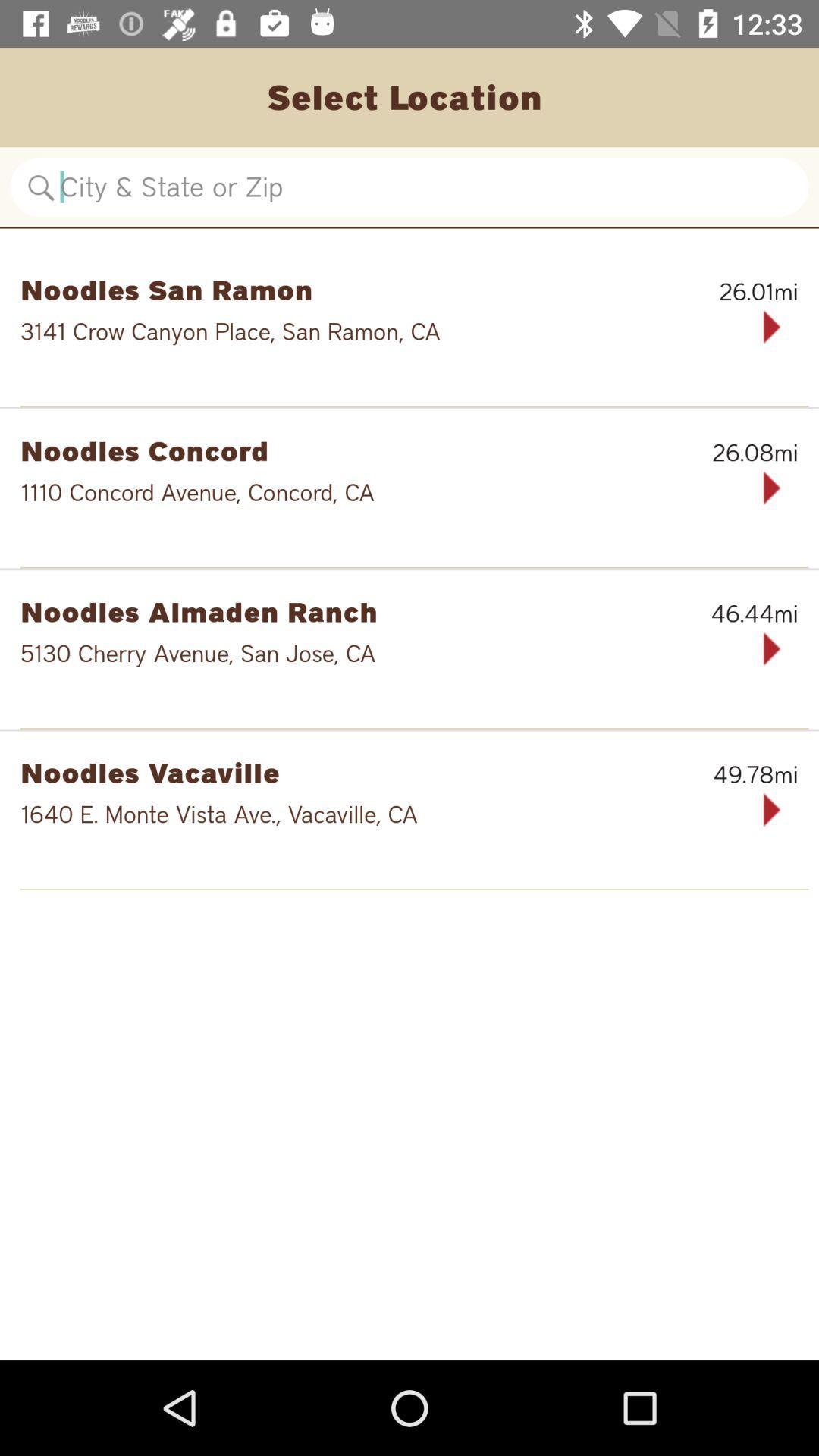  What do you see at coordinates (720, 613) in the screenshot?
I see `46.44mi icon` at bounding box center [720, 613].